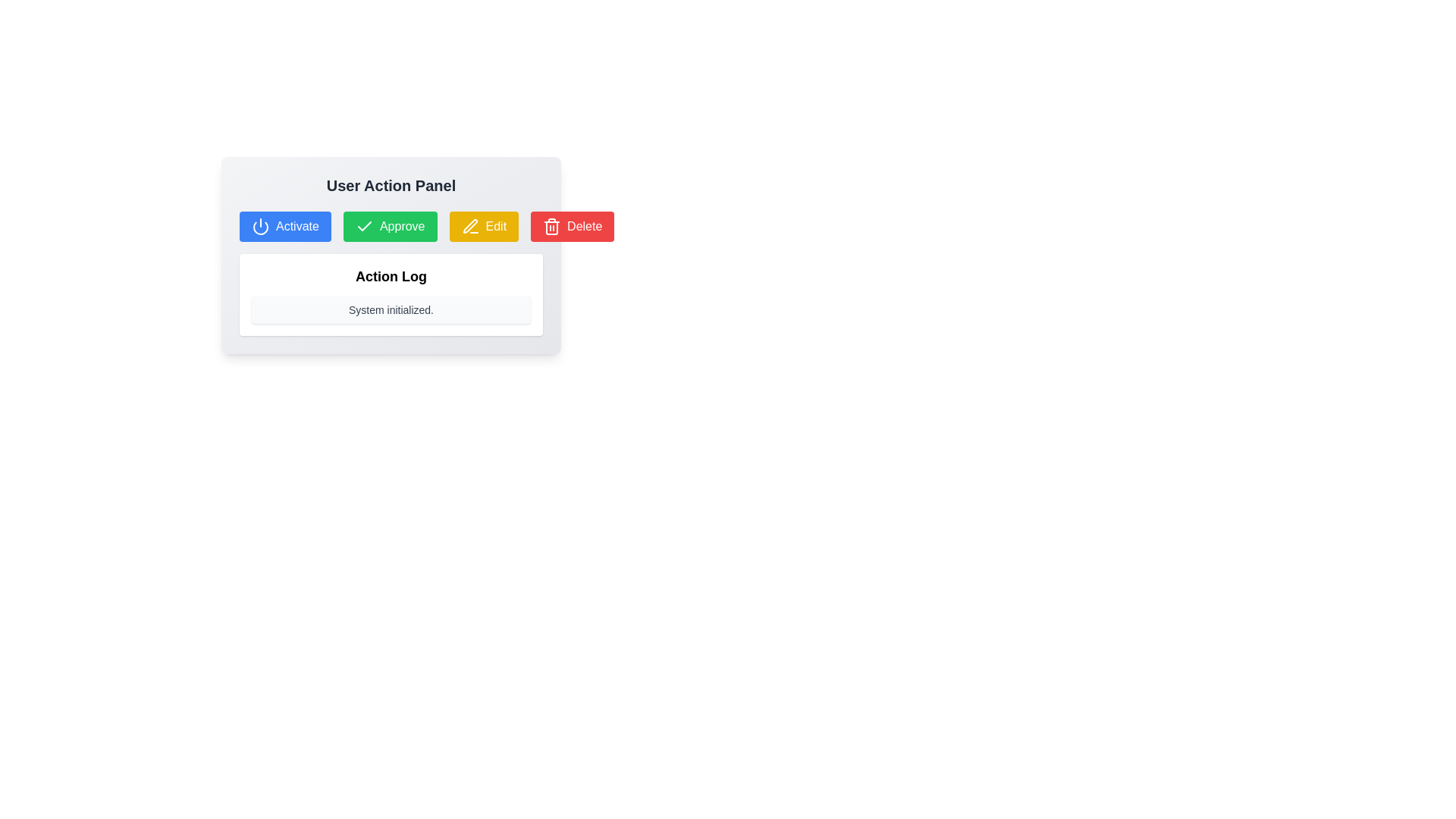 Image resolution: width=1456 pixels, height=819 pixels. What do you see at coordinates (391, 185) in the screenshot?
I see `the text label that serves as the title for the 'User Action Panel', positioned at the upper section of the panel` at bounding box center [391, 185].